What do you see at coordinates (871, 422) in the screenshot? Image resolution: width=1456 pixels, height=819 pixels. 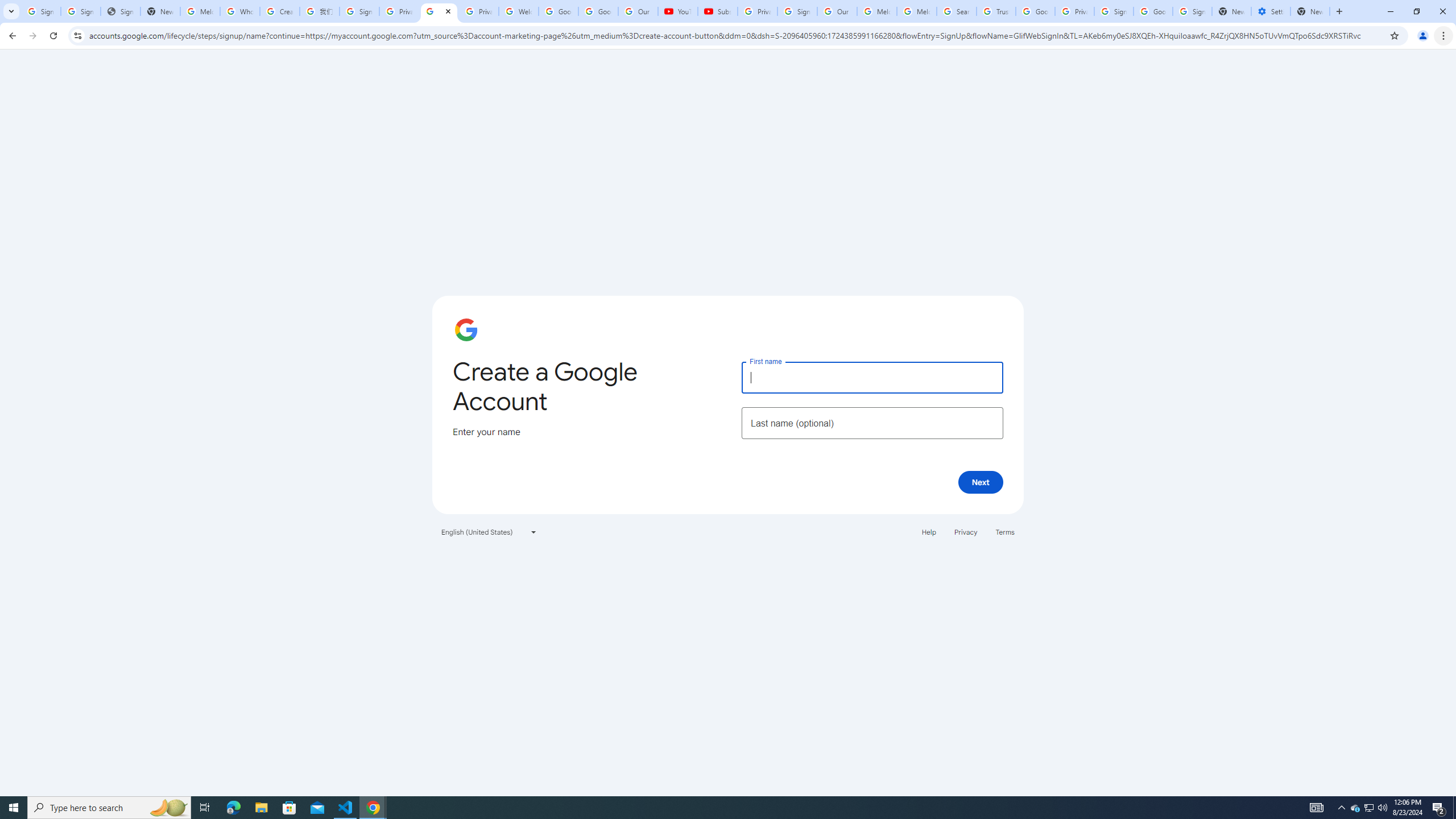 I see `'Last name (optional)'` at bounding box center [871, 422].